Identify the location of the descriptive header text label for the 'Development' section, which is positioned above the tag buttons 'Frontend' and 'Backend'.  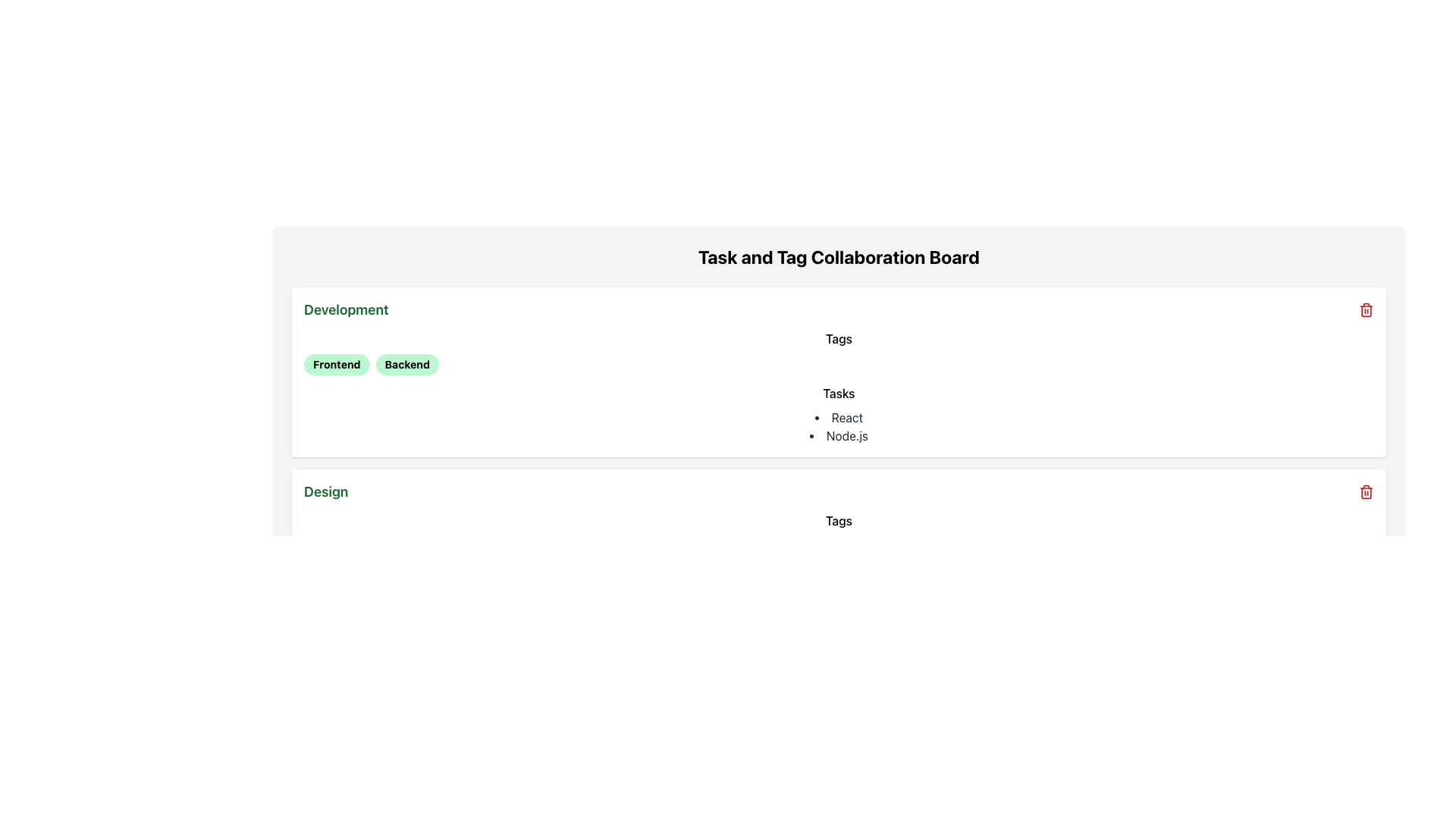
(838, 338).